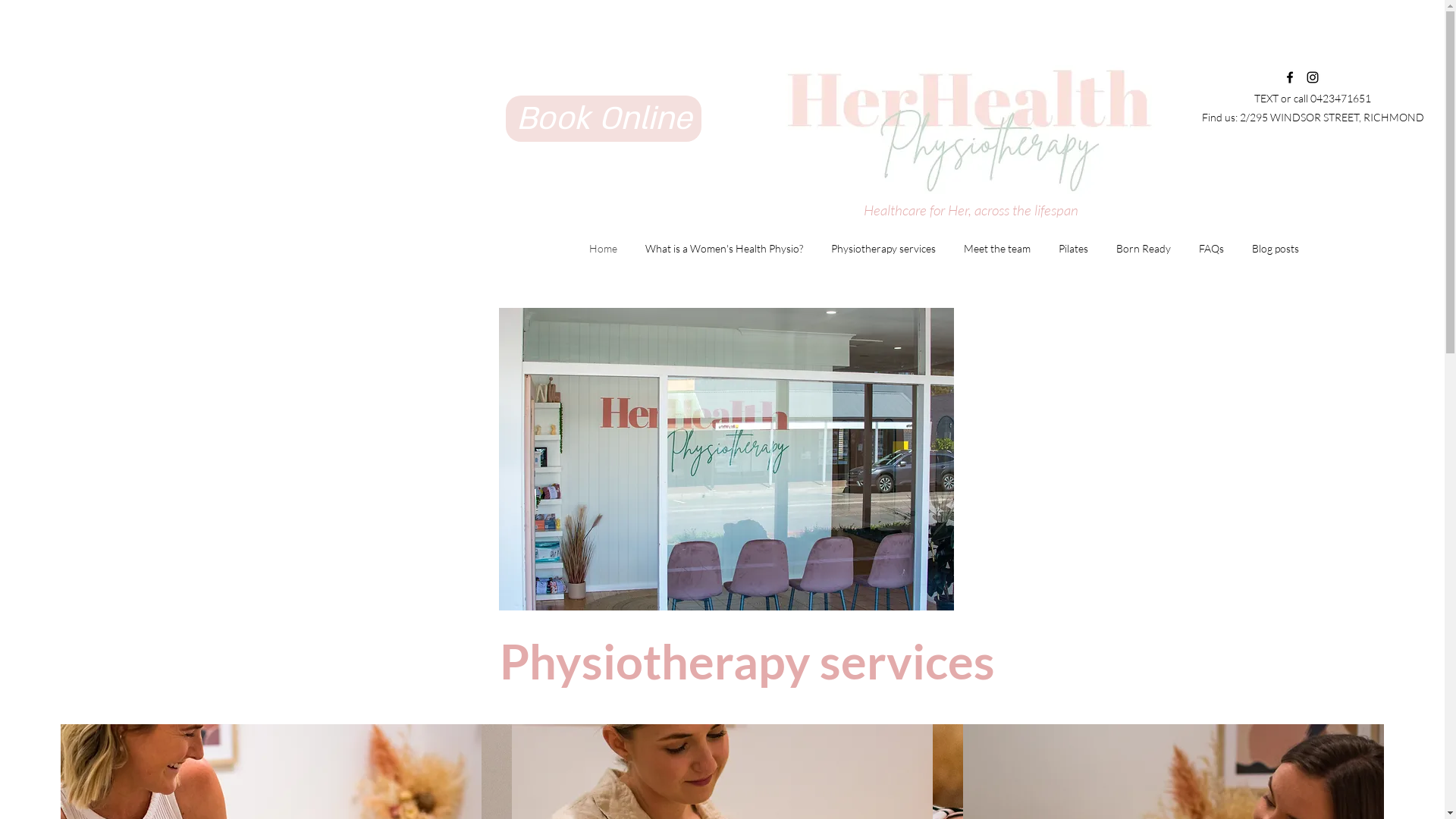 Image resolution: width=1456 pixels, height=819 pixels. I want to click on 'Book Online', so click(506, 118).